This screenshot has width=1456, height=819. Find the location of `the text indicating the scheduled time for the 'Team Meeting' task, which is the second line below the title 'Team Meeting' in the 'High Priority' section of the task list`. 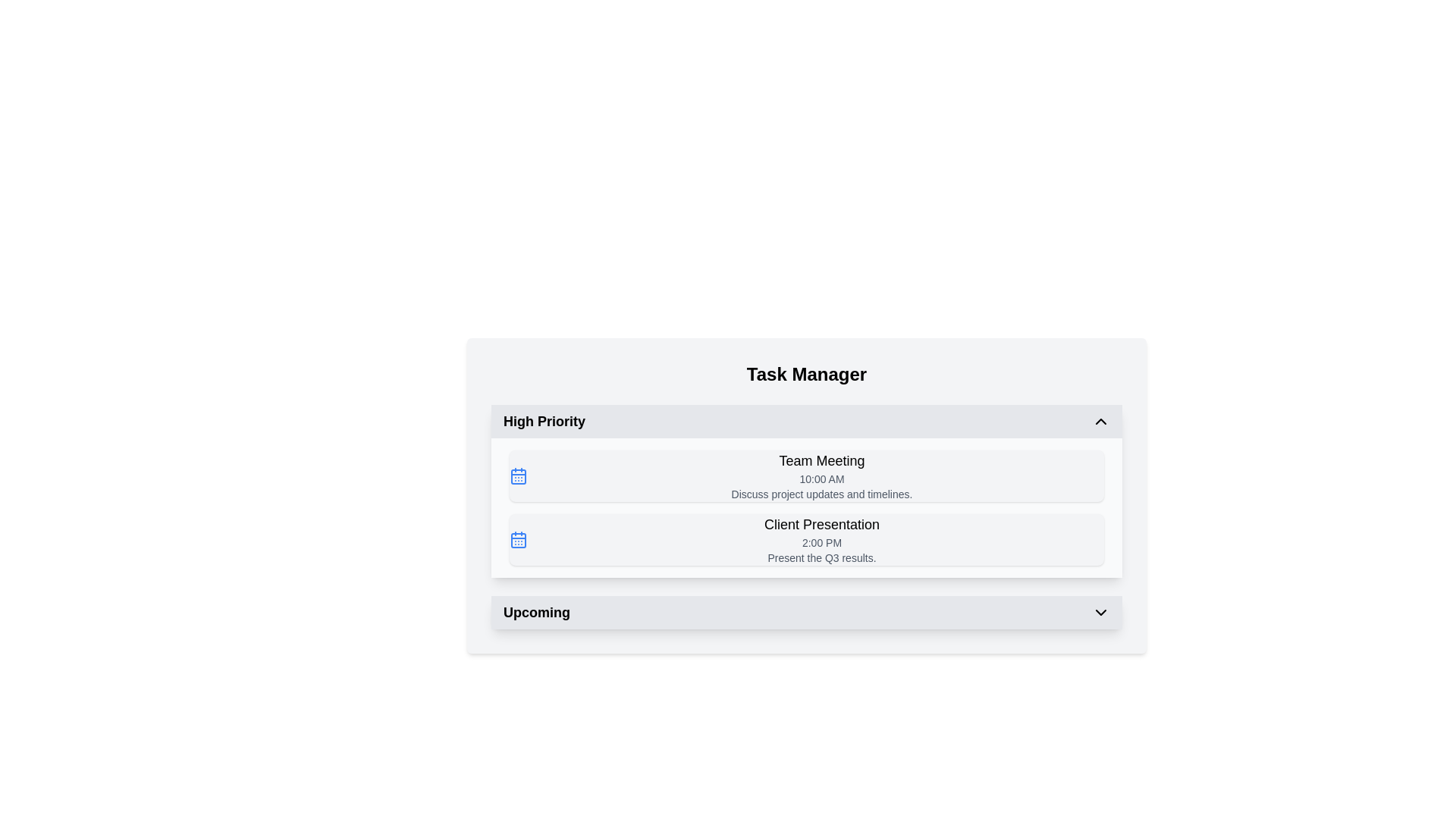

the text indicating the scheduled time for the 'Team Meeting' task, which is the second line below the title 'Team Meeting' in the 'High Priority' section of the task list is located at coordinates (821, 479).